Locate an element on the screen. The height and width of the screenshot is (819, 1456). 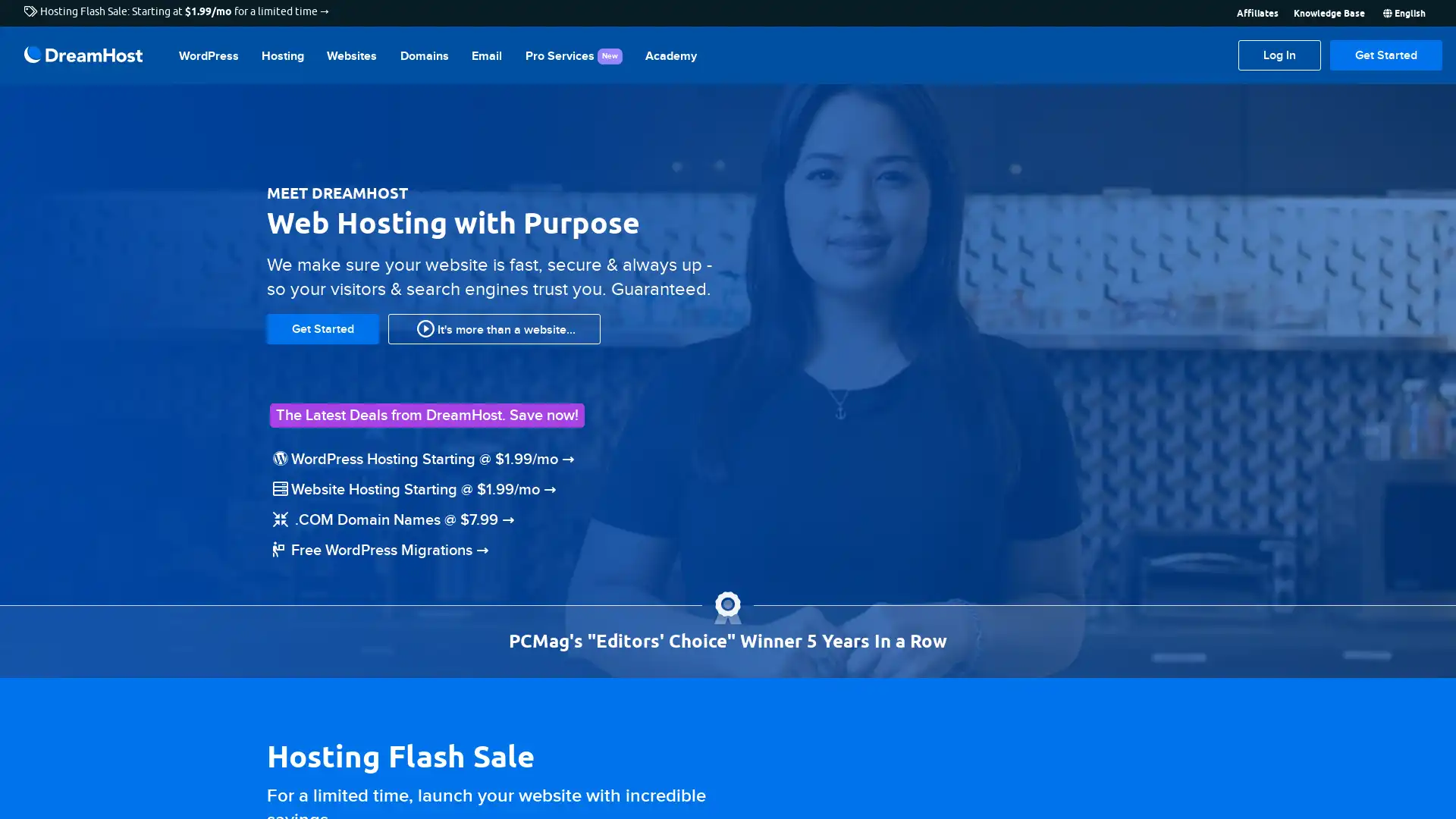
Log In is located at coordinates (1279, 55).